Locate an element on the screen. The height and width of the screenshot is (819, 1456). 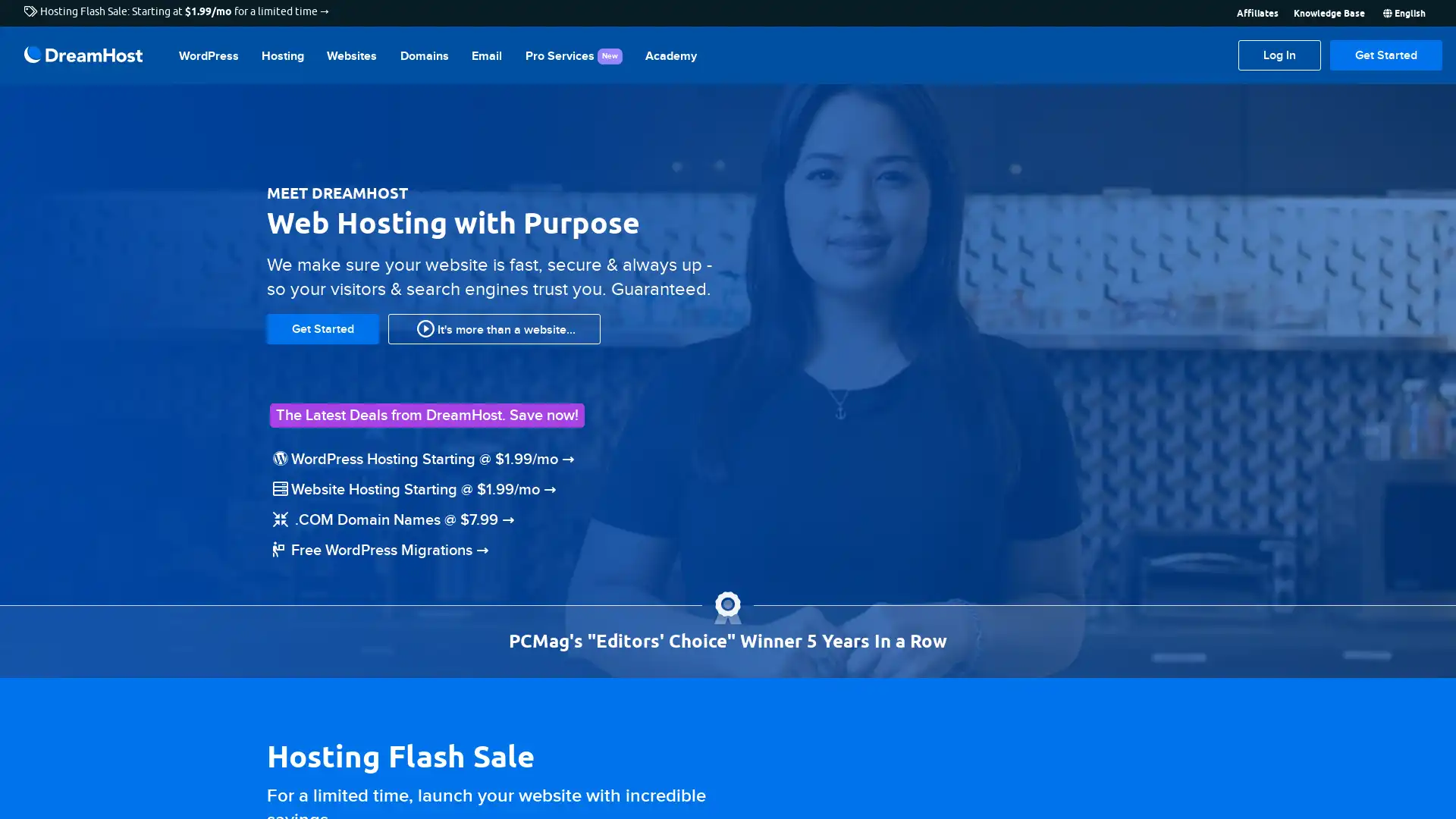
Log In is located at coordinates (1279, 55).